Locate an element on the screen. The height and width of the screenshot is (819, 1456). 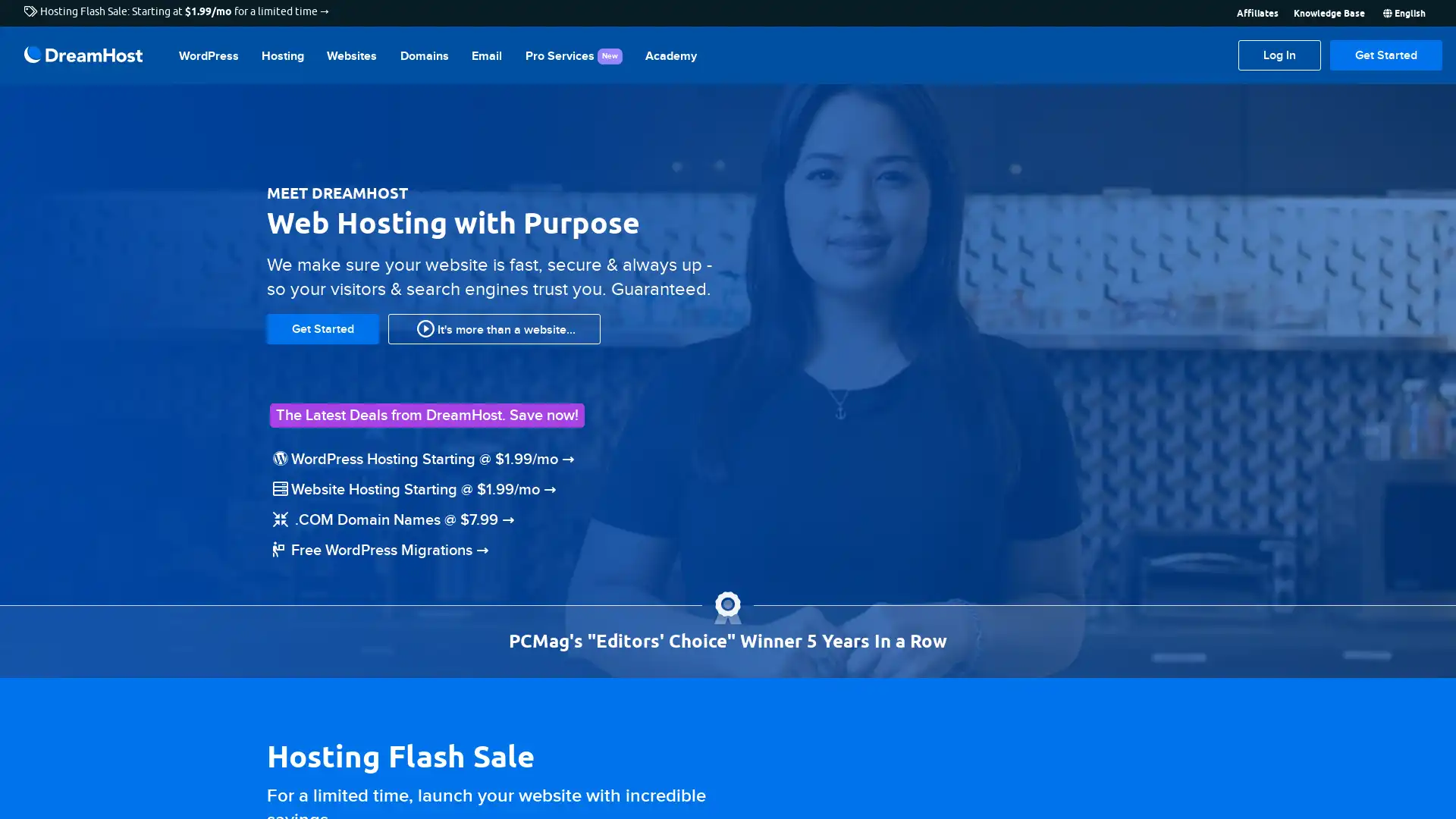
Log In is located at coordinates (1279, 55).